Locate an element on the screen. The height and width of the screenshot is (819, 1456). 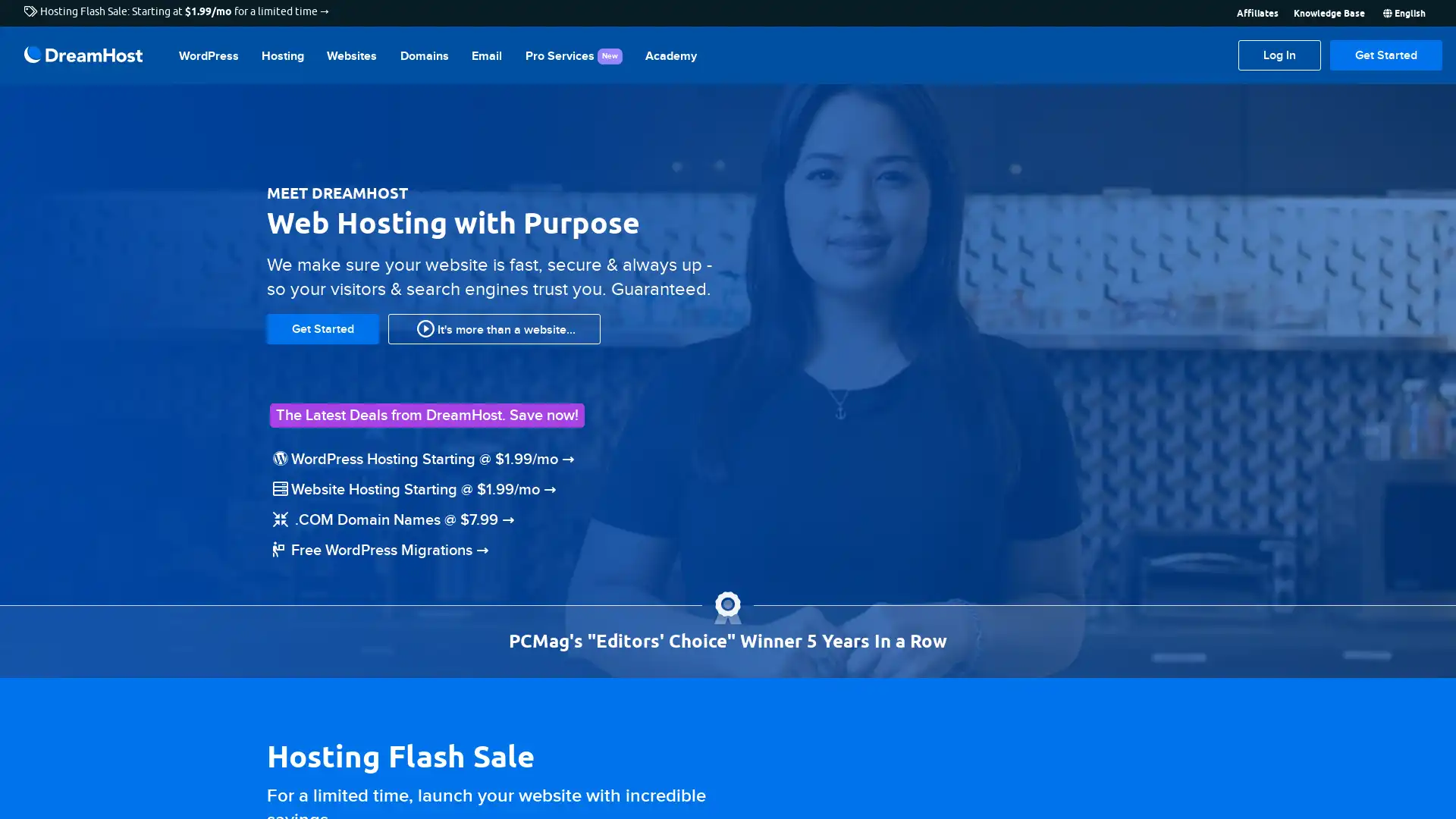
Log In is located at coordinates (1279, 55).